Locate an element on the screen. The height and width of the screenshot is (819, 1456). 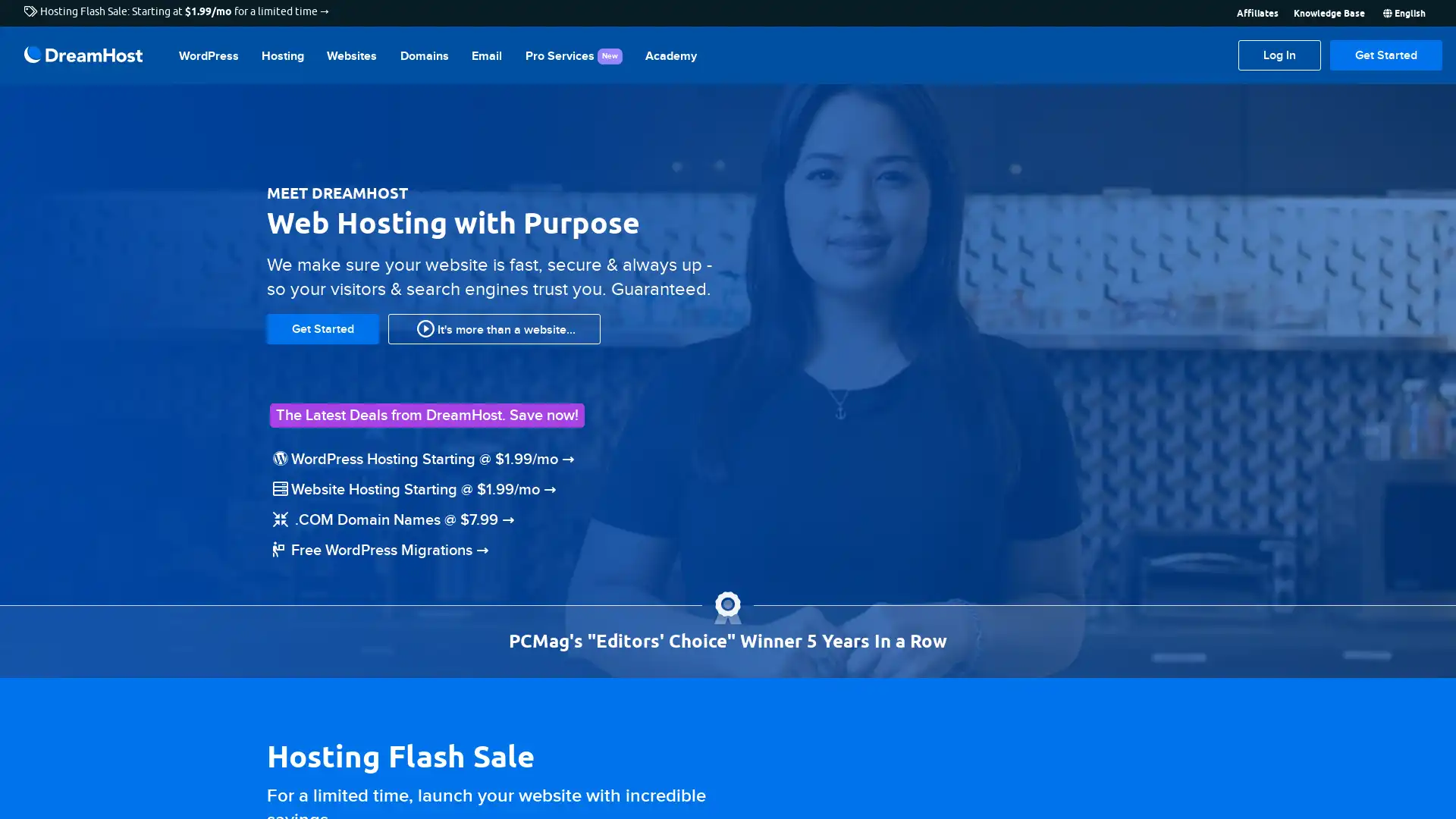
Log In is located at coordinates (1279, 55).